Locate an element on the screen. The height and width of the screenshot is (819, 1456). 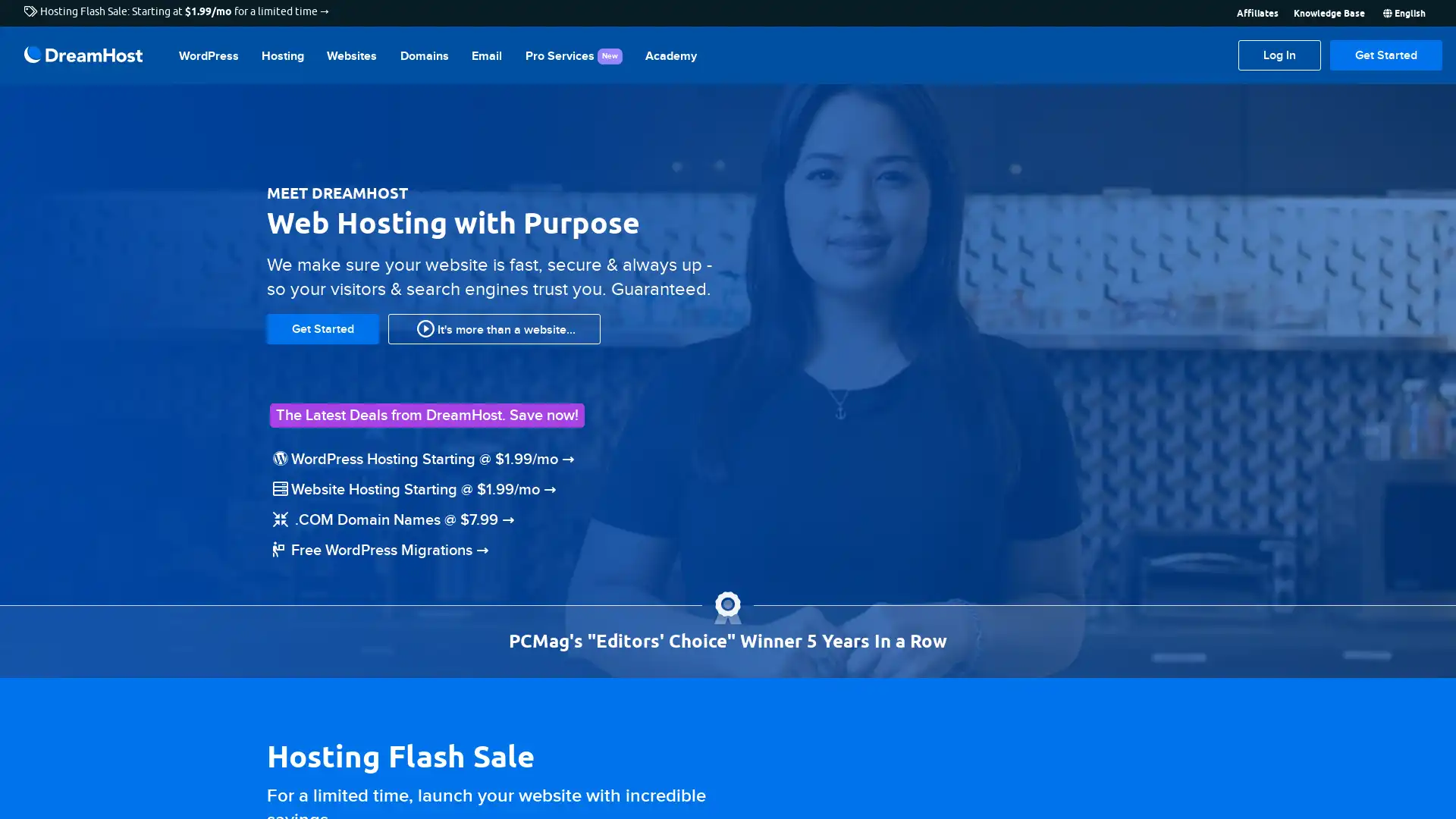
Log In is located at coordinates (1279, 55).